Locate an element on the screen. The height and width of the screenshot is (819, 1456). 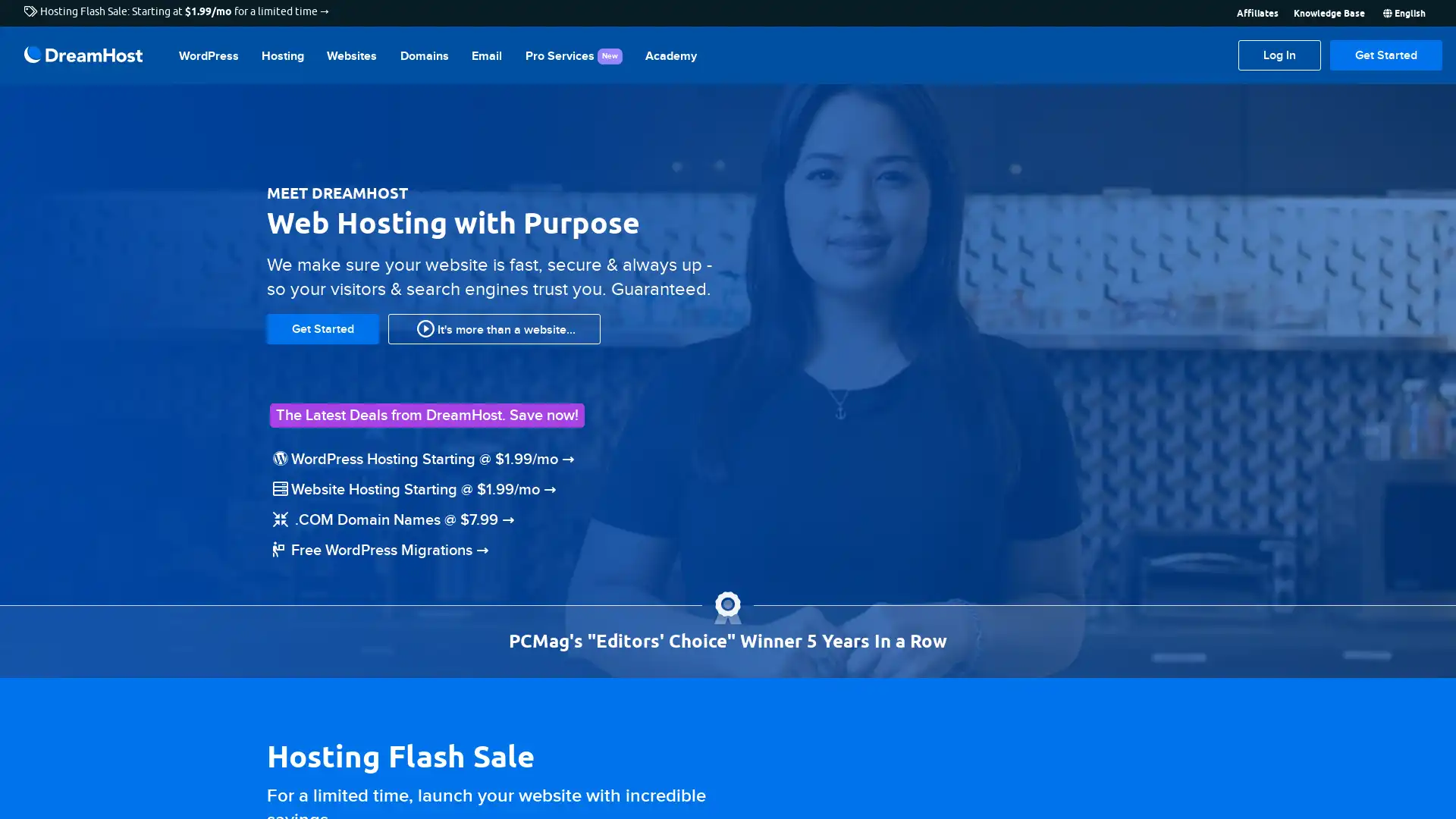
Log In is located at coordinates (1279, 55).